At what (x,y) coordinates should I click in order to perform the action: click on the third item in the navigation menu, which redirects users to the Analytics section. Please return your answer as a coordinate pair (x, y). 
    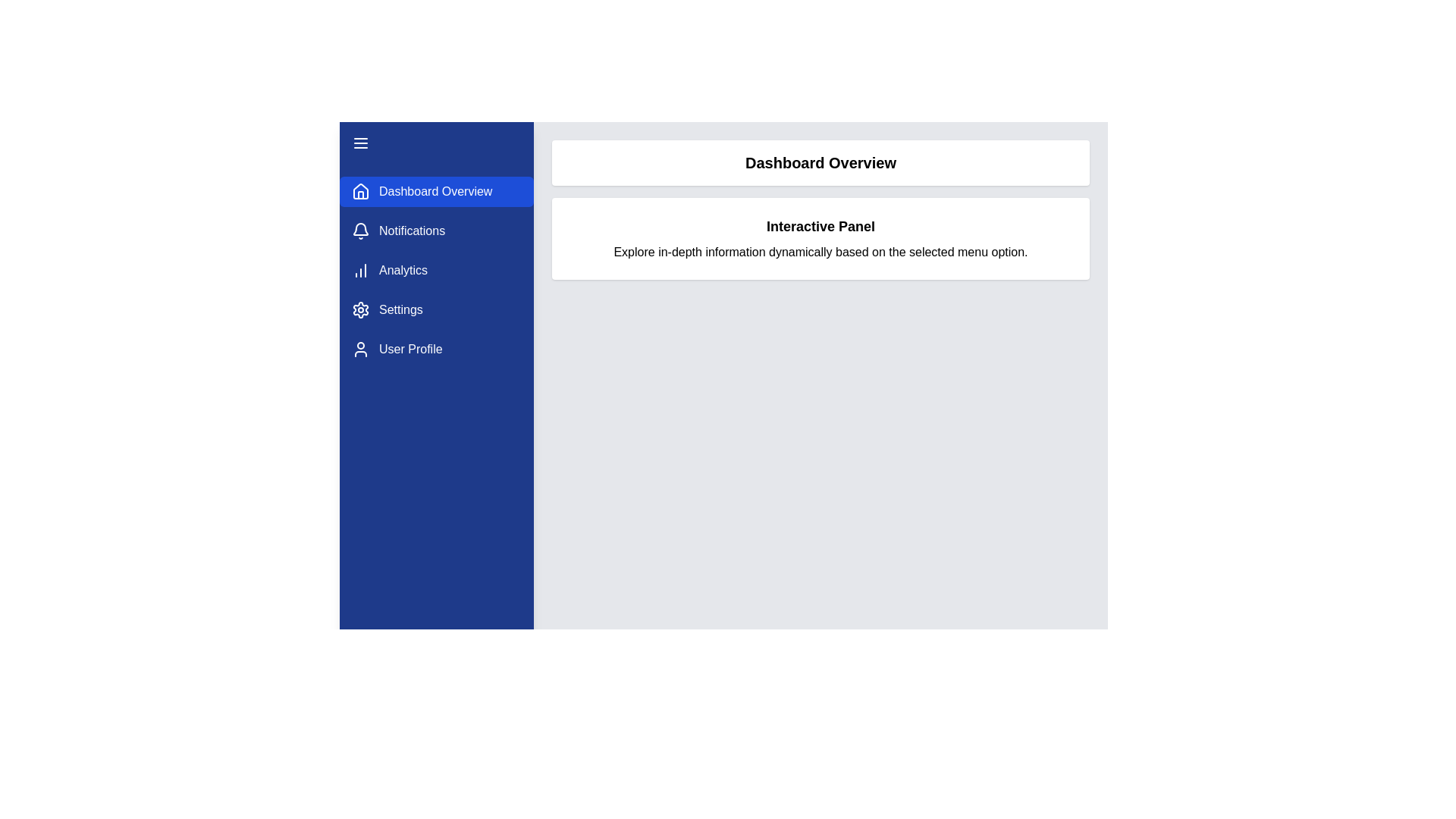
    Looking at the image, I should click on (436, 270).